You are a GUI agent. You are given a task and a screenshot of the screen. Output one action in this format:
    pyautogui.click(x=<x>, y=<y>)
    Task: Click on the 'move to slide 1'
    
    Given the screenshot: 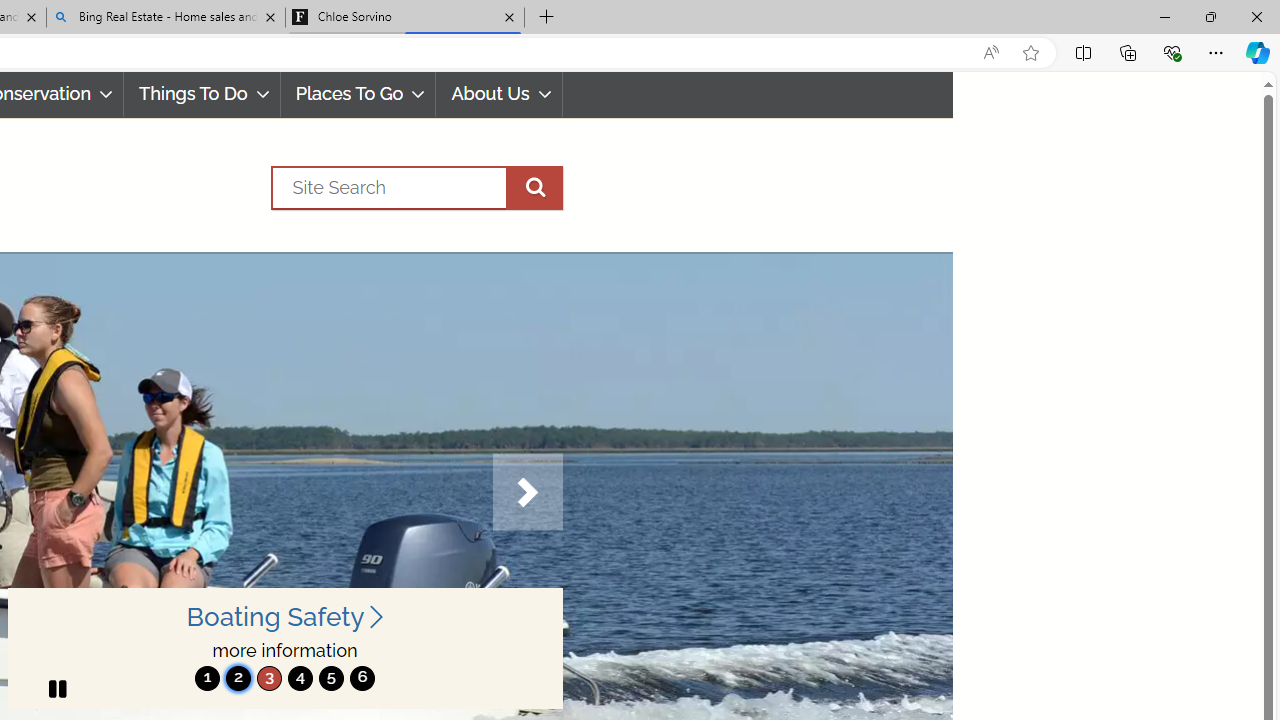 What is the action you would take?
    pyautogui.click(x=207, y=677)
    